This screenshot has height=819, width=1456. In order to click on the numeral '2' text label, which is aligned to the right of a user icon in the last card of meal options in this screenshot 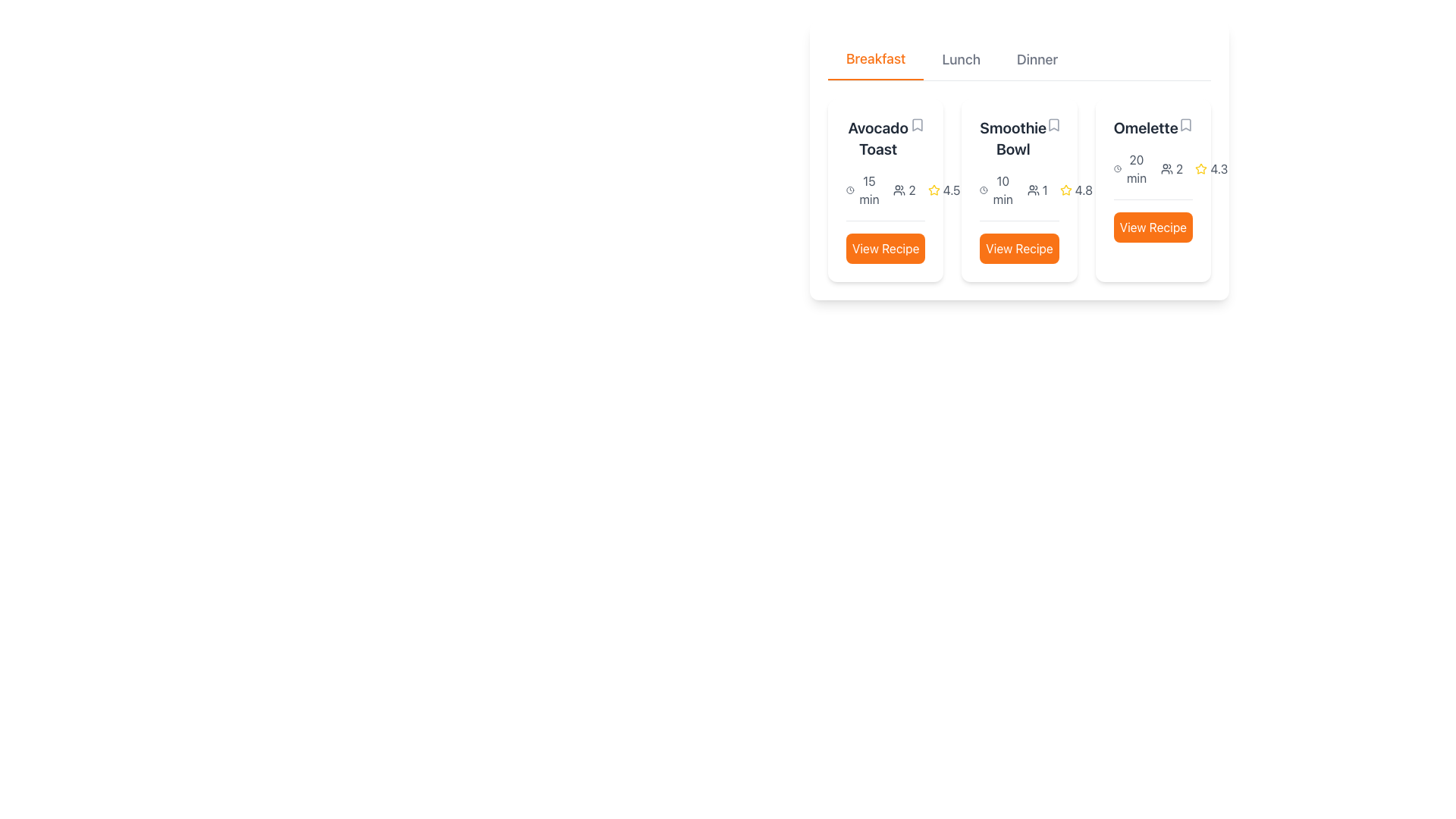, I will do `click(1178, 169)`.